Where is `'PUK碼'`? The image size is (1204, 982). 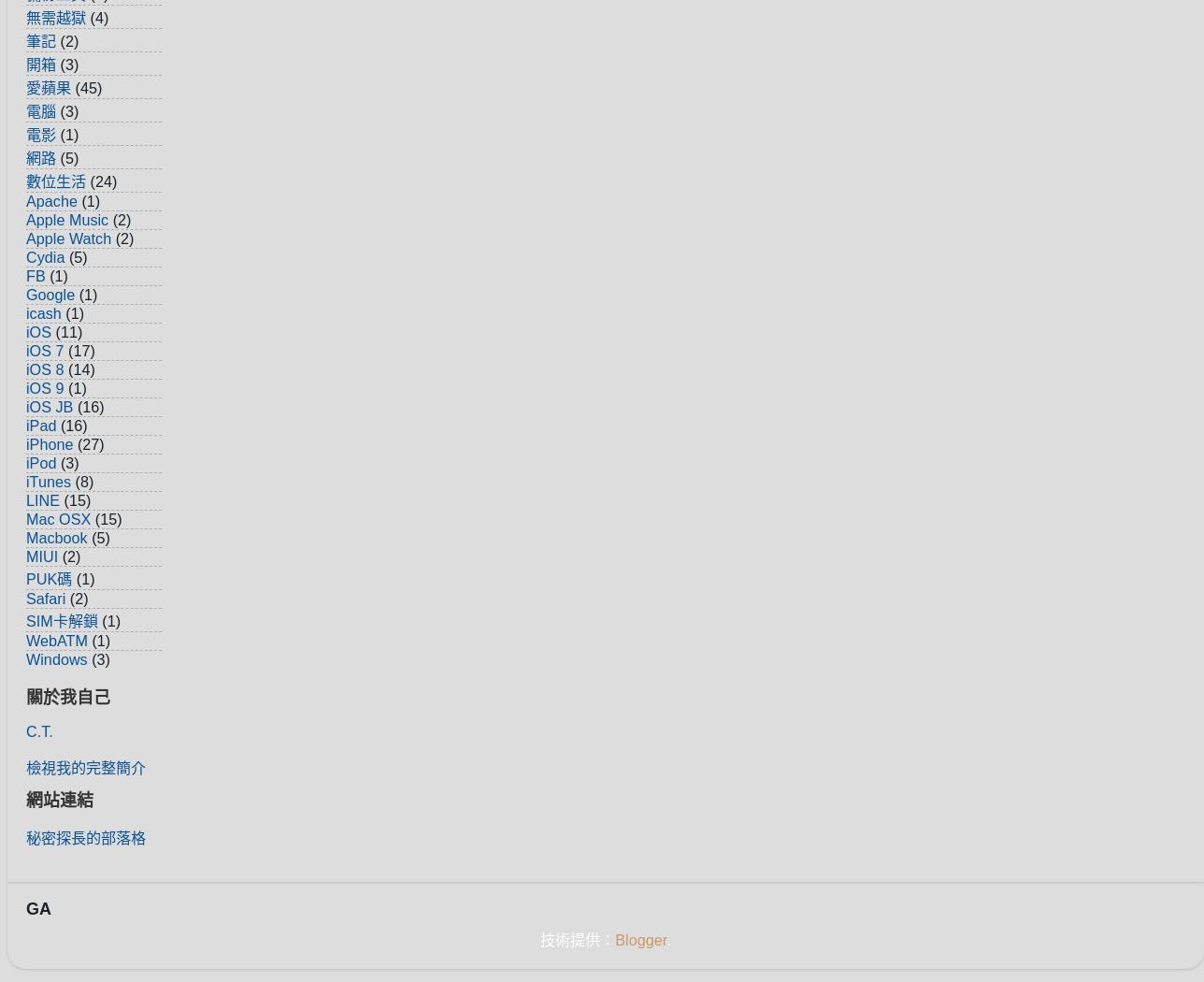
'PUK碼' is located at coordinates (49, 578).